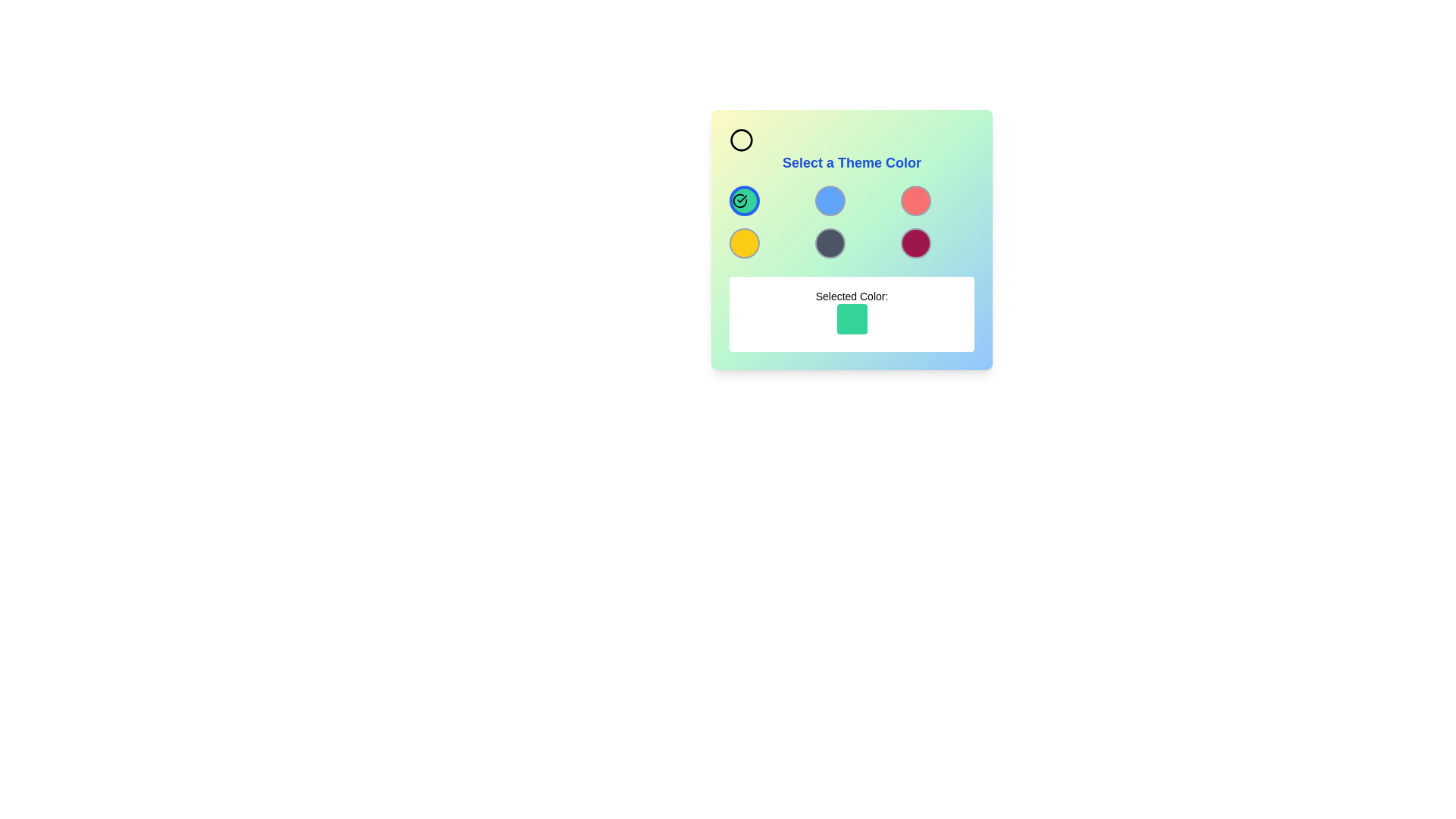 The image size is (1456, 819). I want to click on the circular button with a green background and a bold blue border, so click(745, 200).